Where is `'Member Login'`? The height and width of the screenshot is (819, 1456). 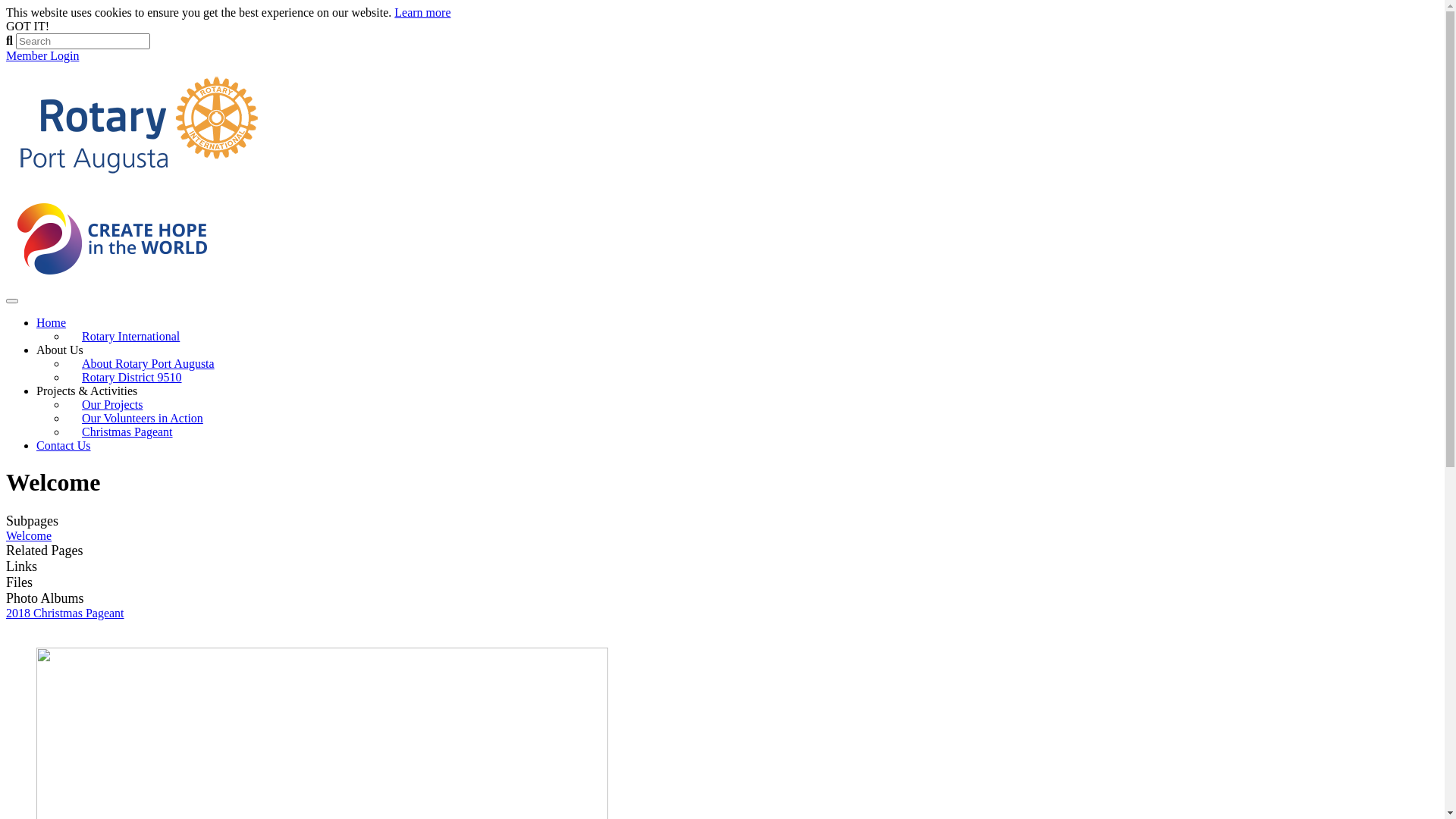 'Member Login' is located at coordinates (42, 55).